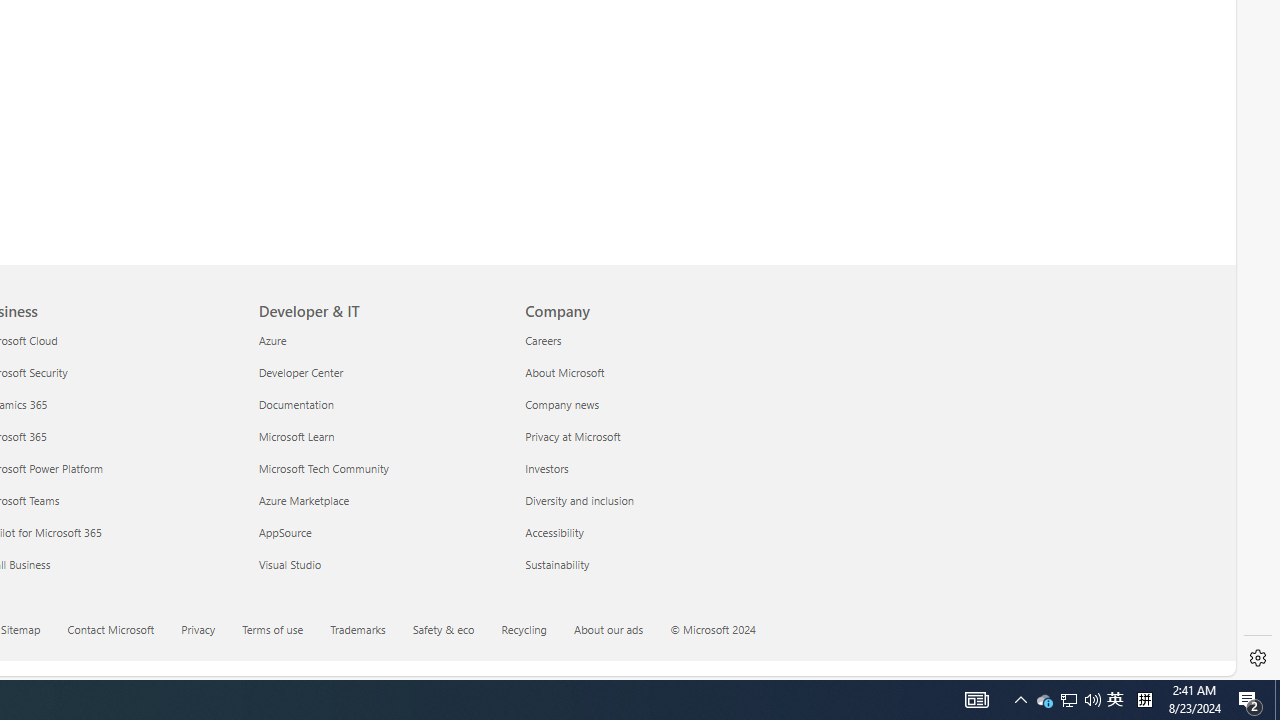 This screenshot has height=720, width=1280. I want to click on 'Developer Center Developer & IT', so click(300, 372).